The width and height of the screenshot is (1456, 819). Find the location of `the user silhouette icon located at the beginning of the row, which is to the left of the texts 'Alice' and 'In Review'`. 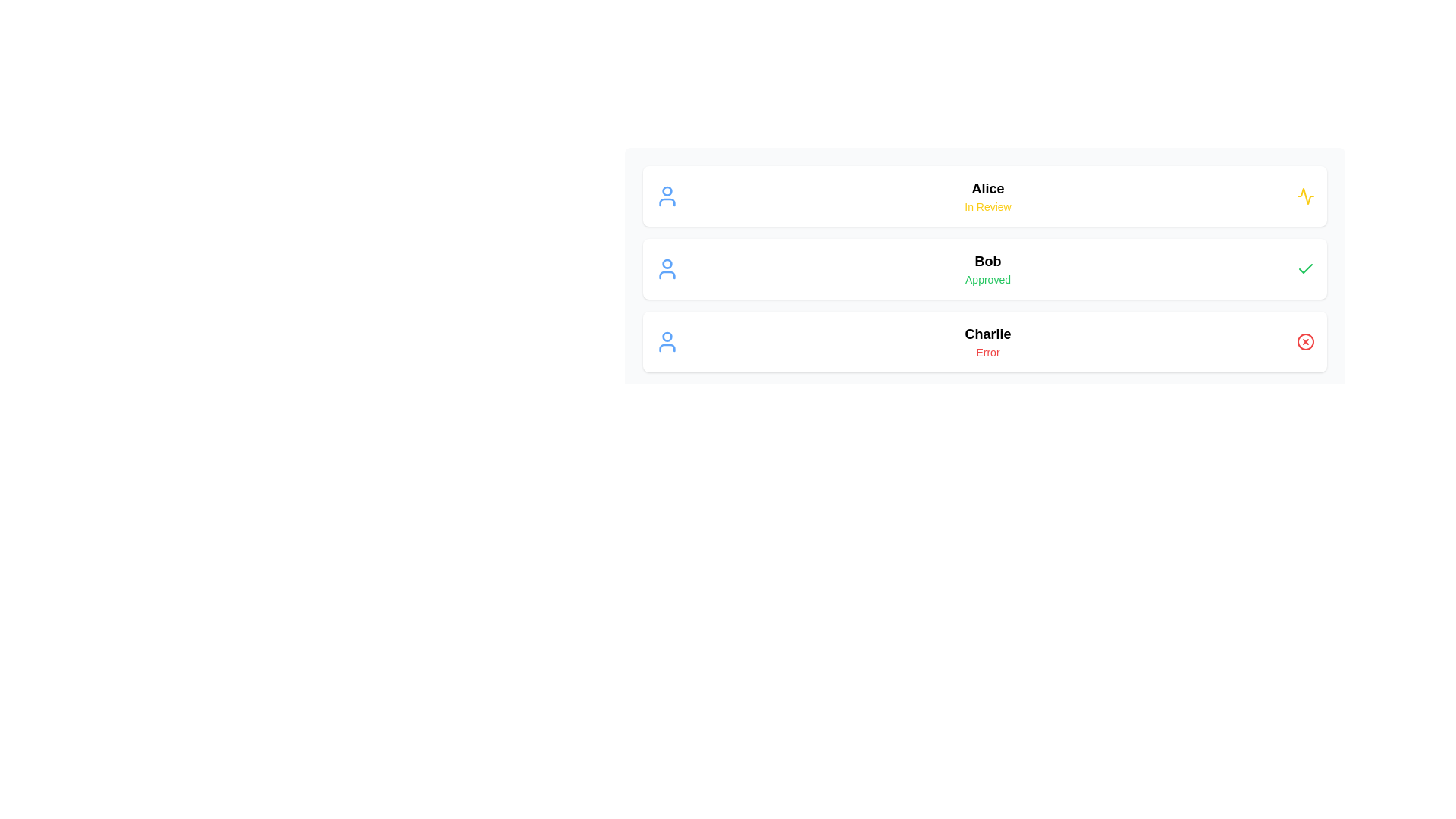

the user silhouette icon located at the beginning of the row, which is to the left of the texts 'Alice' and 'In Review' is located at coordinates (667, 195).